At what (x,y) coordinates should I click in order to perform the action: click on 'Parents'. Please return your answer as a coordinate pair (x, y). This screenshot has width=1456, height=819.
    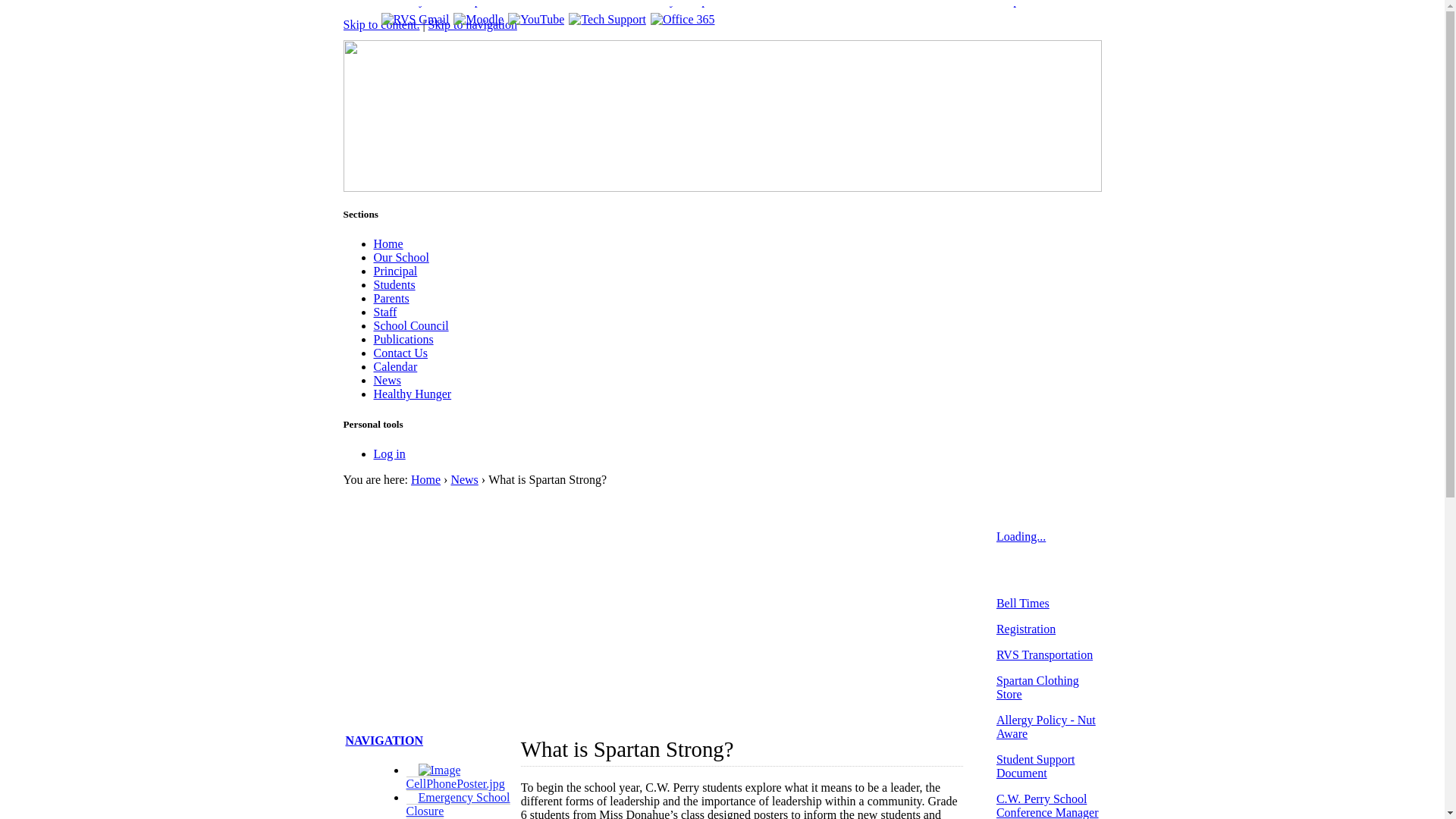
    Looking at the image, I should click on (372, 298).